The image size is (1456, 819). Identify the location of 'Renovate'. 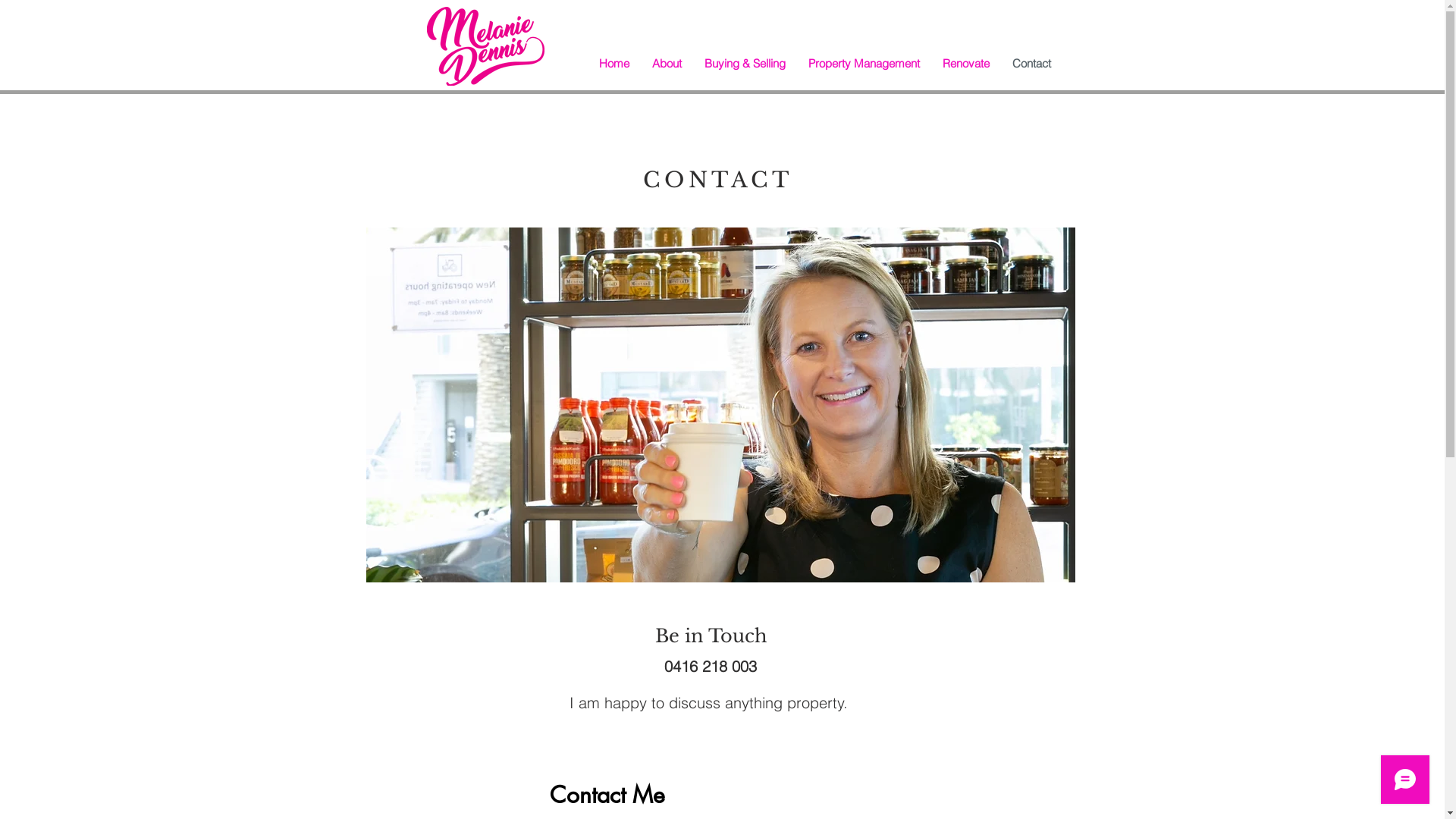
(965, 63).